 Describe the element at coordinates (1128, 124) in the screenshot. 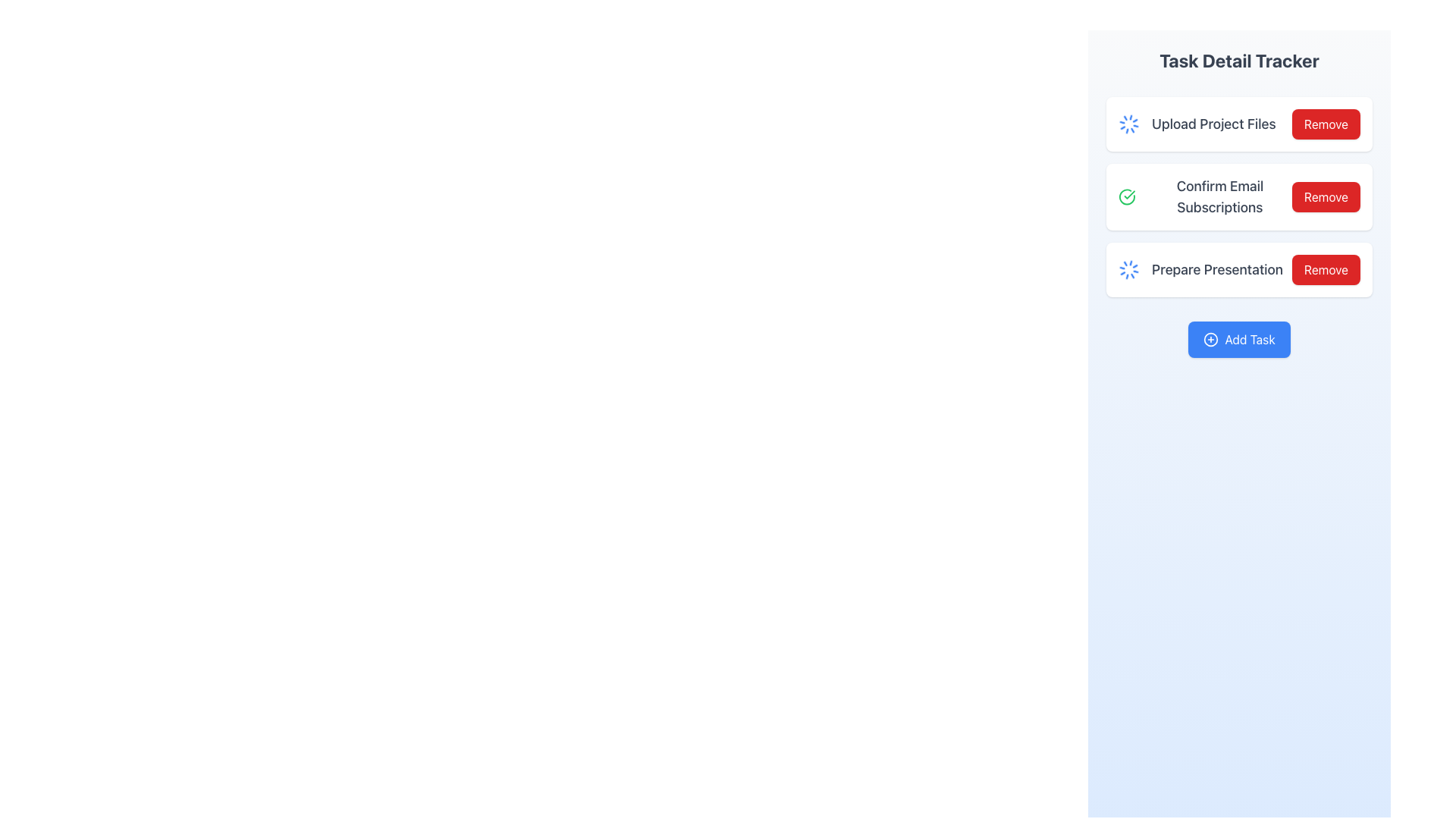

I see `the circular loader icon with spinning blue radial lines, located to the left of the 'Upload Project Files' row in the 'Task Detail Tracker' section` at that location.